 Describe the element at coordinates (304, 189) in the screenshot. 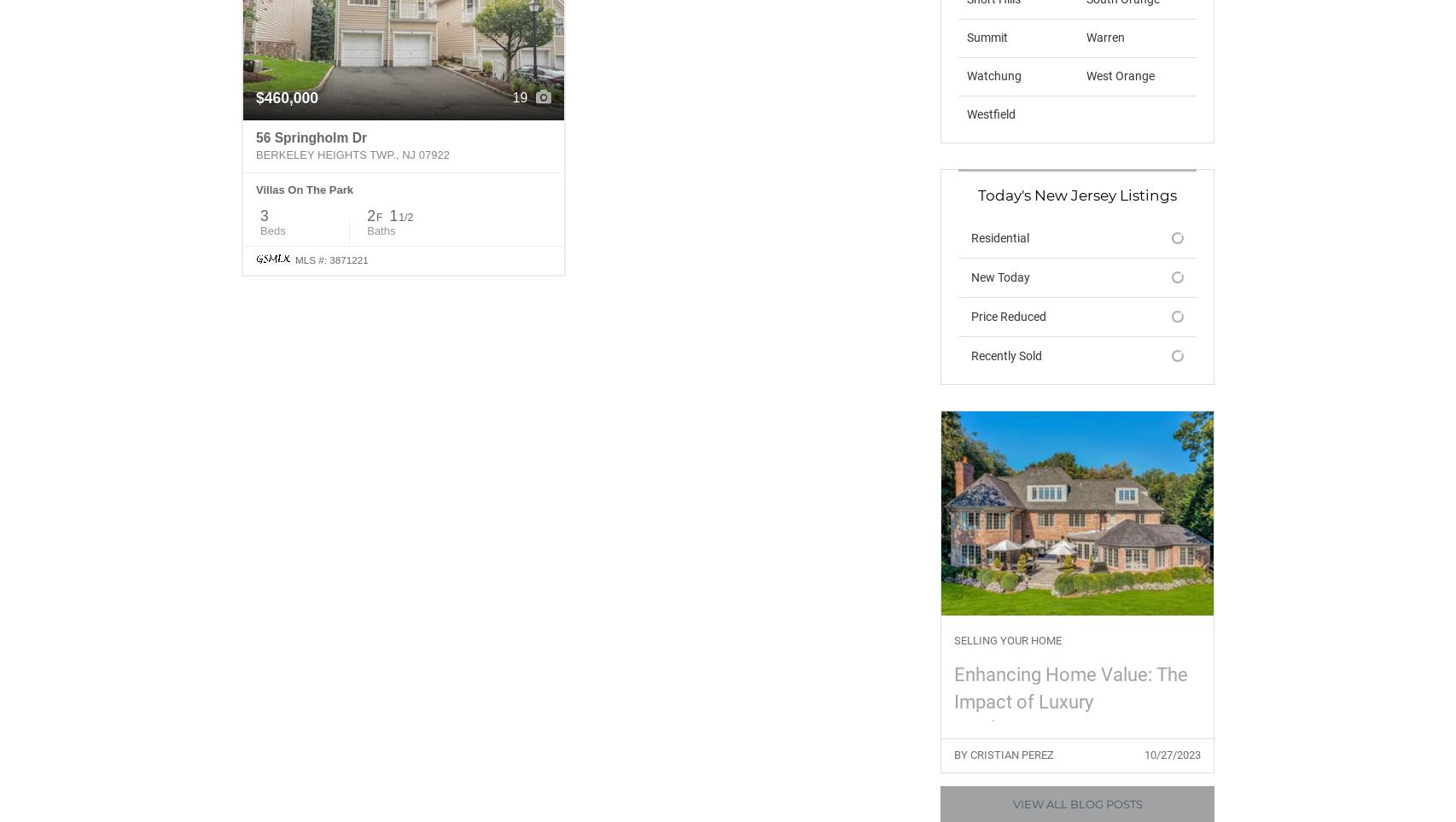

I see `'Villas On The Park'` at that location.